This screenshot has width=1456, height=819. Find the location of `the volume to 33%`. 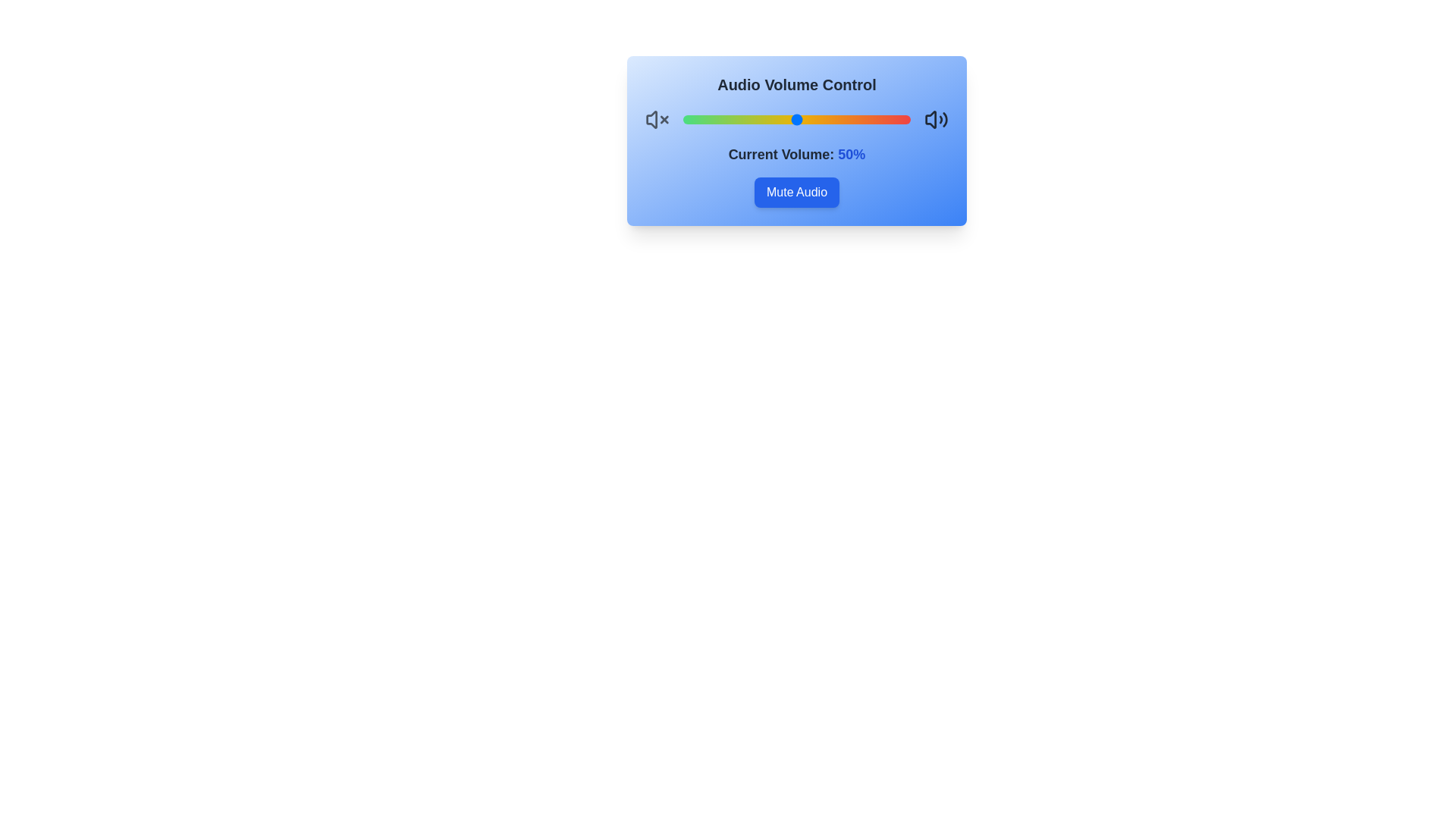

the volume to 33% is located at coordinates (758, 119).